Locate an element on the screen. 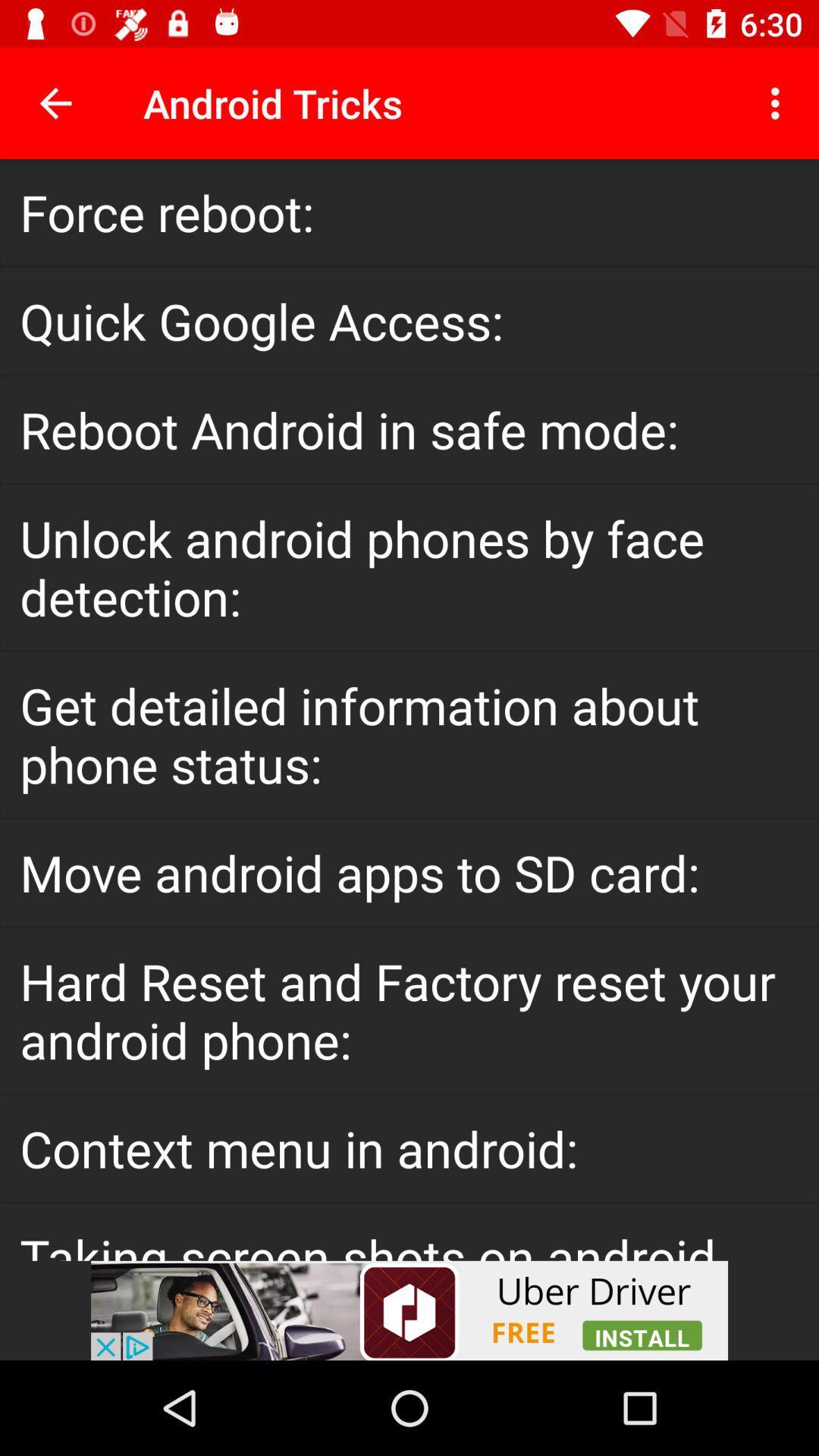  advertisement is located at coordinates (409, 1310).